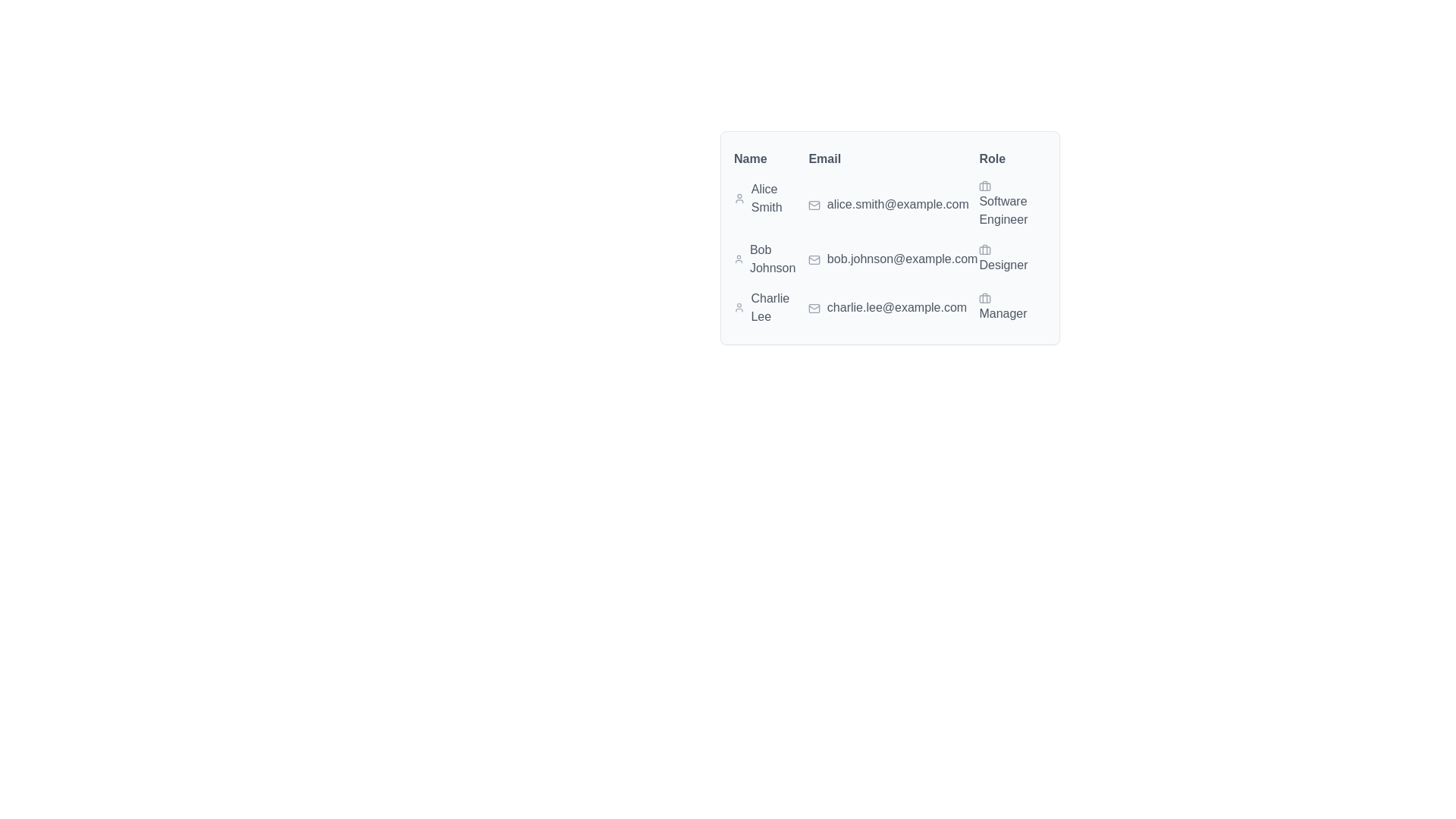 Image resolution: width=1456 pixels, height=819 pixels. What do you see at coordinates (893, 205) in the screenshot?
I see `text of the email label displaying the email address associated with 'Alice Smith' in the second column of the table` at bounding box center [893, 205].